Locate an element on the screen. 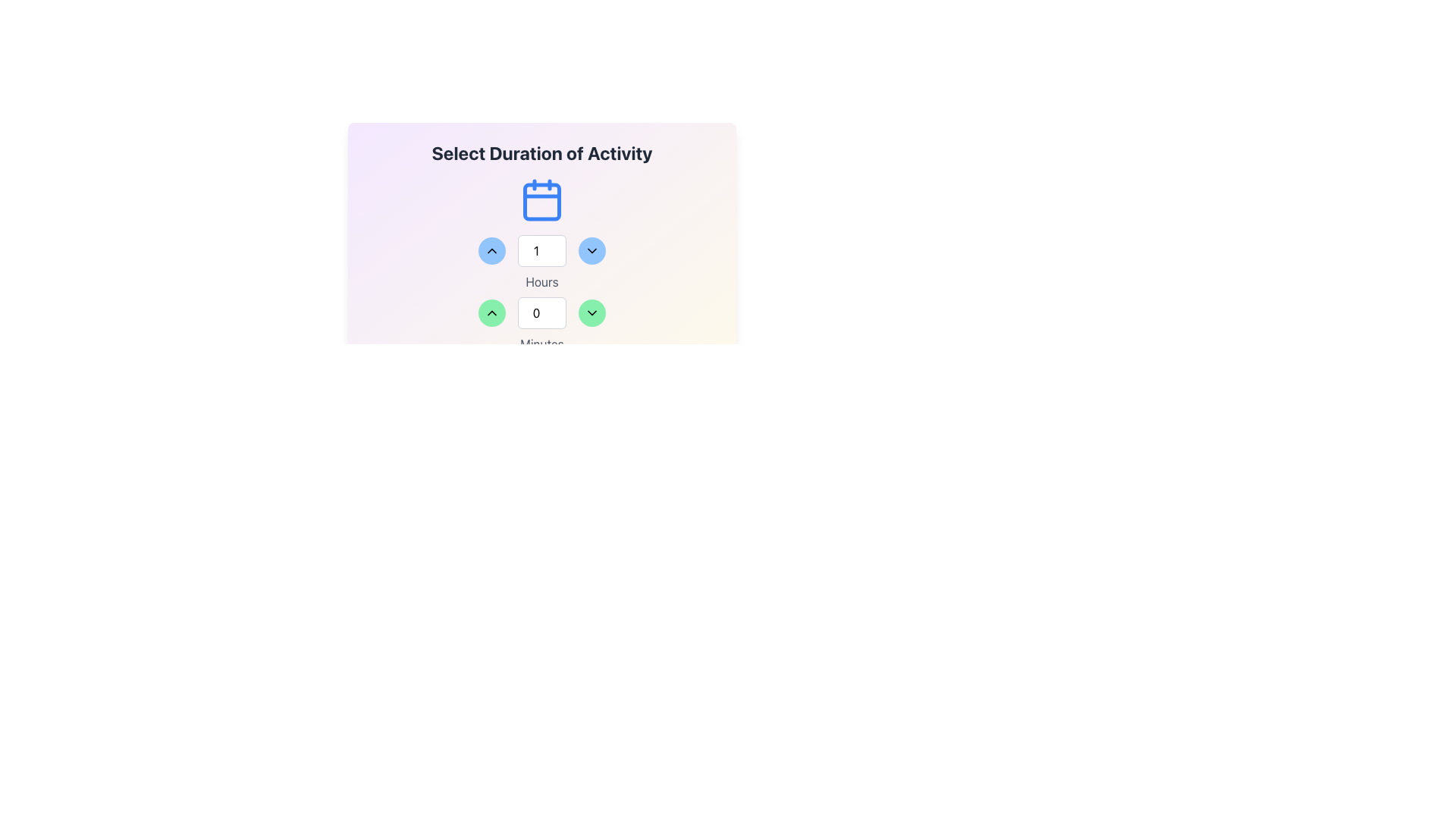 This screenshot has width=1456, height=819. the circular green button with an upward-facing black chevron icon to observe visual feedback is located at coordinates (491, 312).